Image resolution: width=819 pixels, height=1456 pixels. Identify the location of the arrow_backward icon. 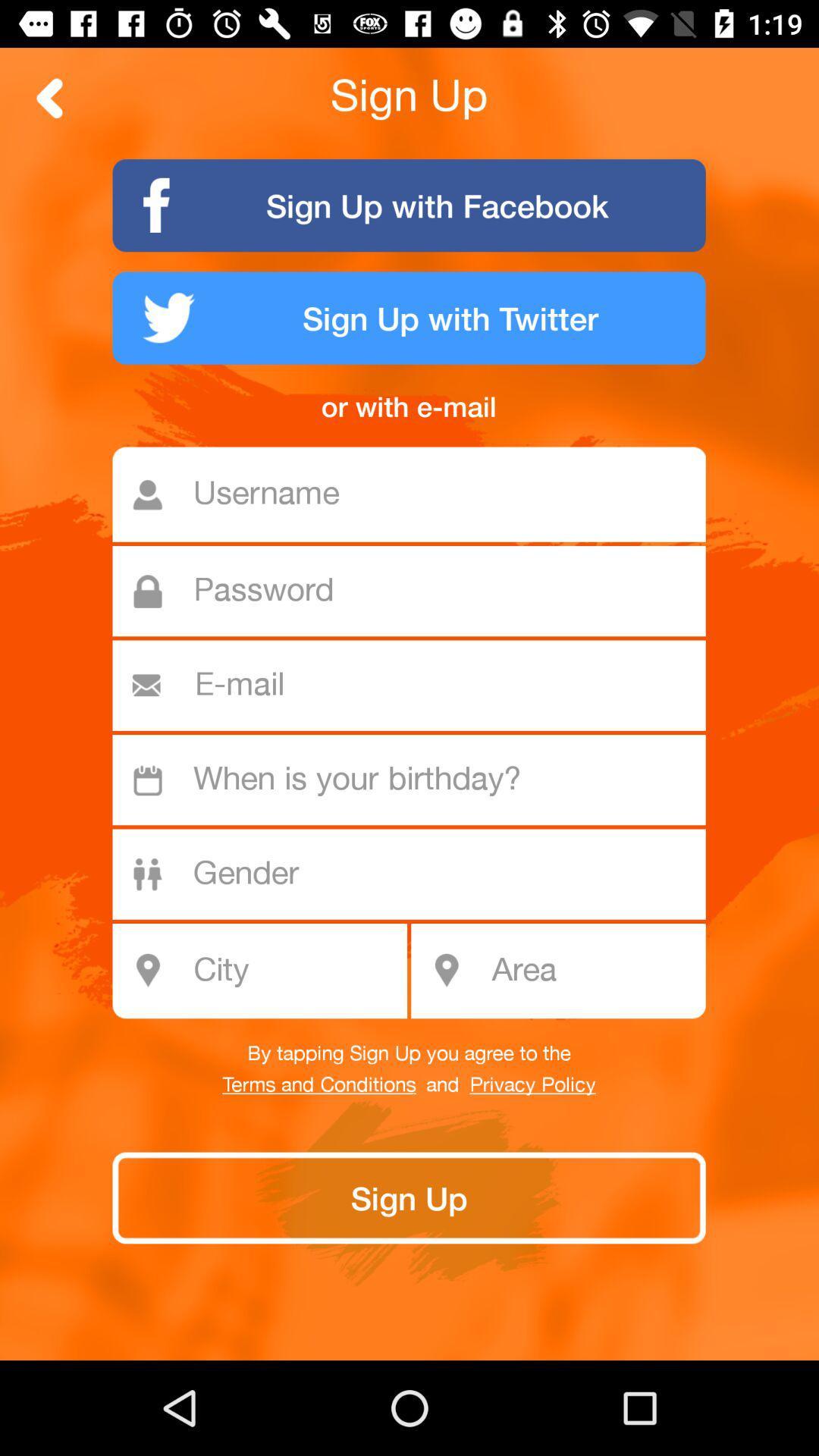
(49, 97).